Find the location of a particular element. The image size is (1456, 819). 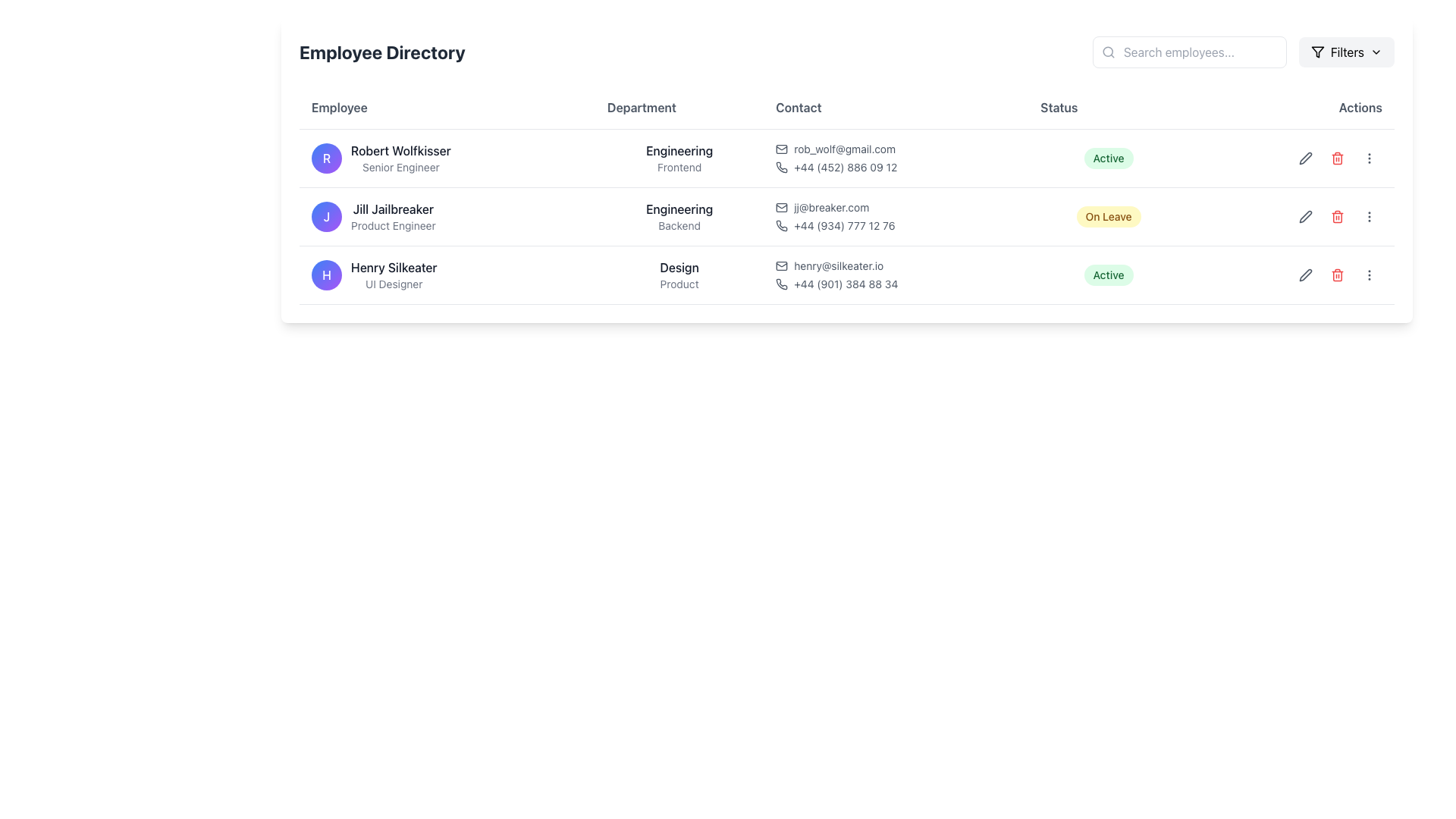

the menu trigger button located at the far right of the 'Actions' column in the third row of the table to change its appearance is located at coordinates (1369, 275).